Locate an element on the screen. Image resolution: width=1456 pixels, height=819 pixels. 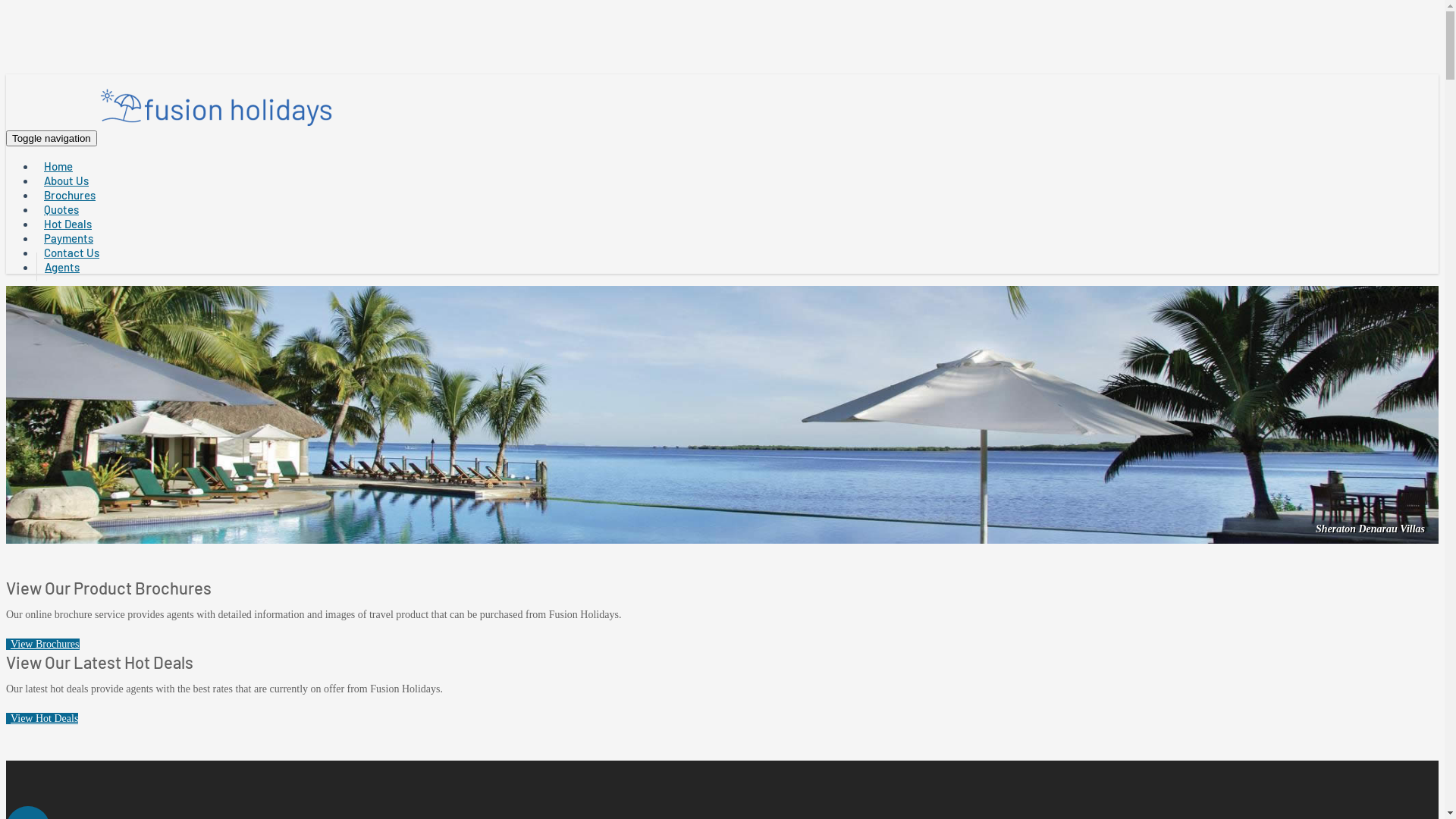
'Quotes' is located at coordinates (61, 209).